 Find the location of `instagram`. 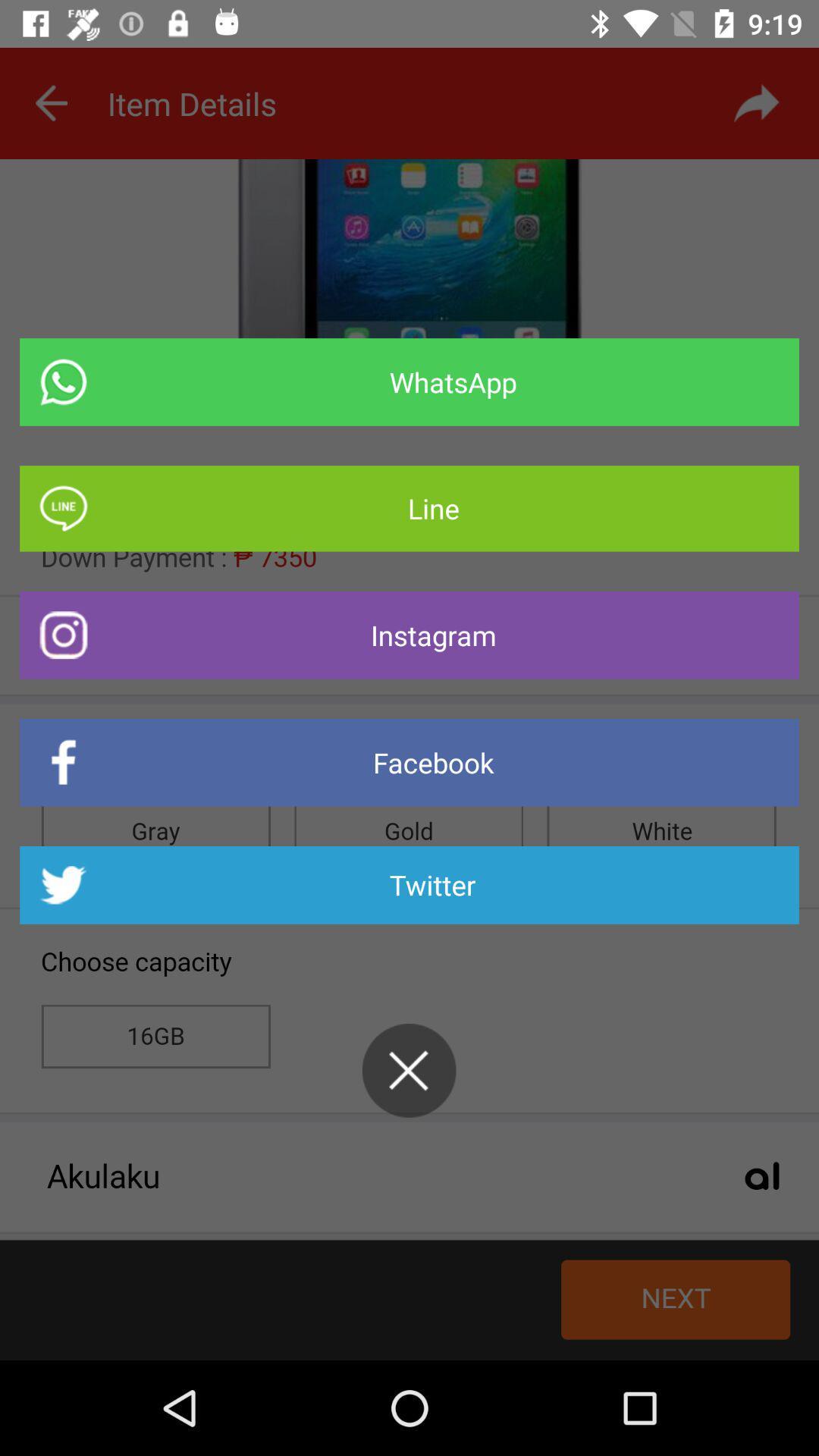

instagram is located at coordinates (409, 635).